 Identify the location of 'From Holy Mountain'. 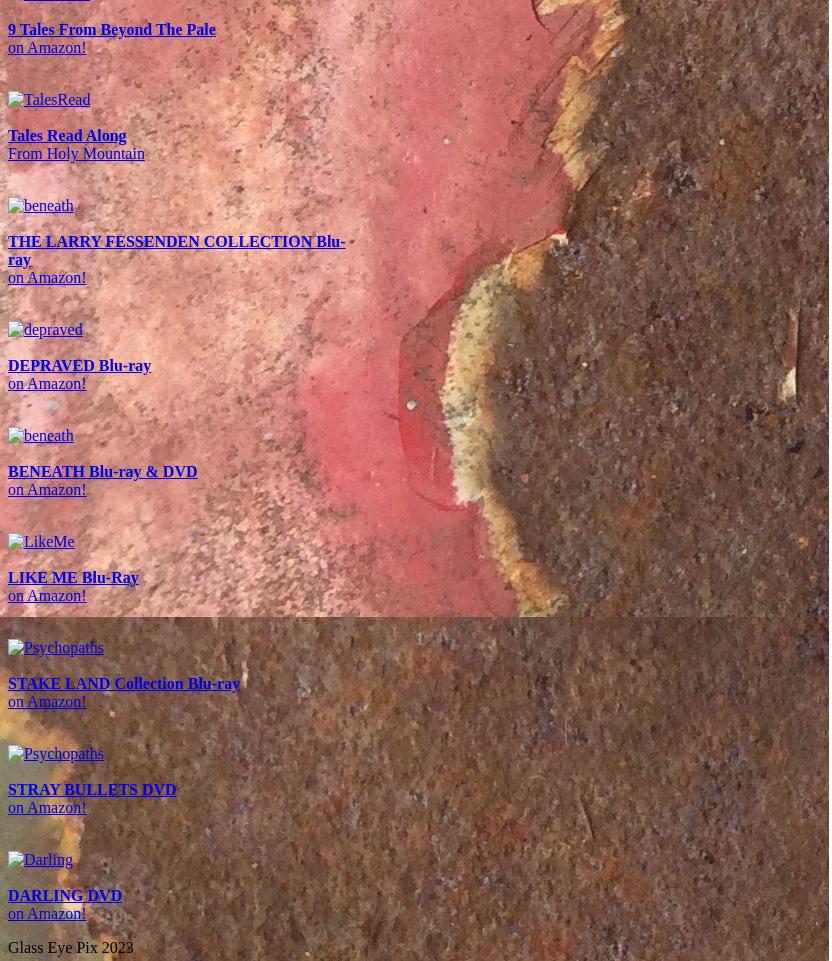
(74, 151).